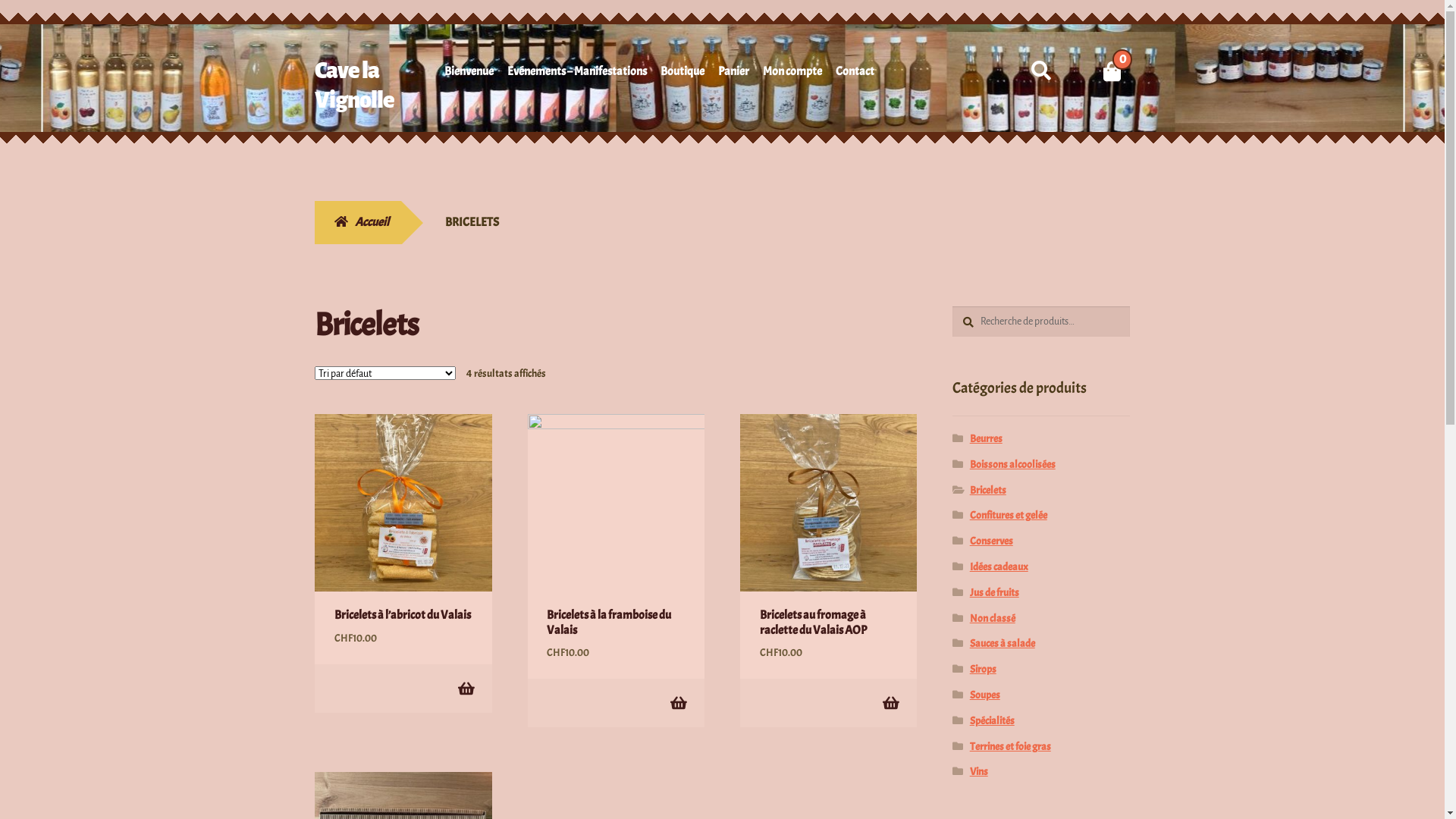  I want to click on 'Terrines et foie gras', so click(1010, 745).